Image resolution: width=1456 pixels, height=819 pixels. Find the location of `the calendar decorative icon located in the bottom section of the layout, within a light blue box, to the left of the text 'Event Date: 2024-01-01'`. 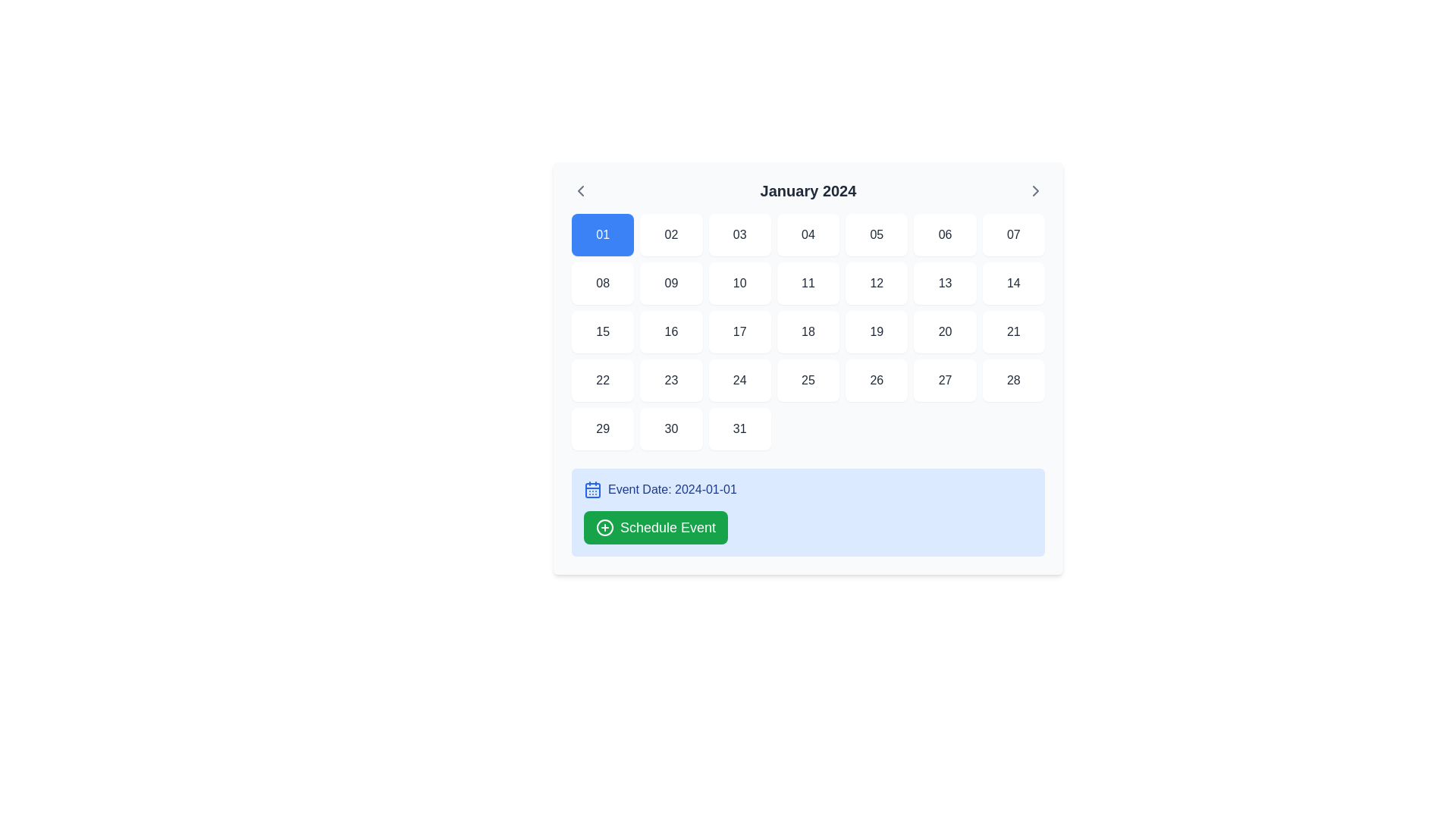

the calendar decorative icon located in the bottom section of the layout, within a light blue box, to the left of the text 'Event Date: 2024-01-01' is located at coordinates (592, 489).